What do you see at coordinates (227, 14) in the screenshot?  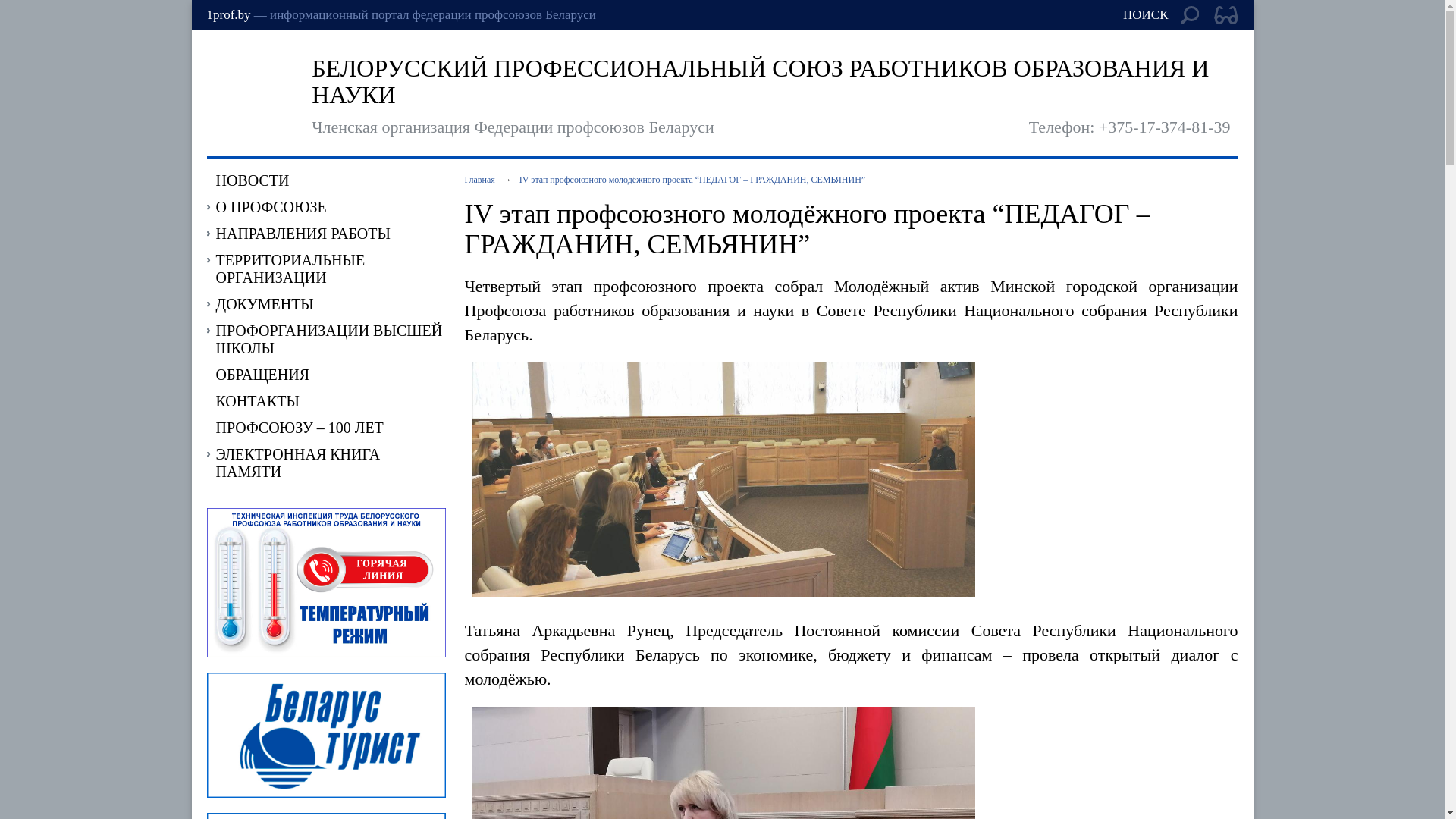 I see `'1prof.by'` at bounding box center [227, 14].